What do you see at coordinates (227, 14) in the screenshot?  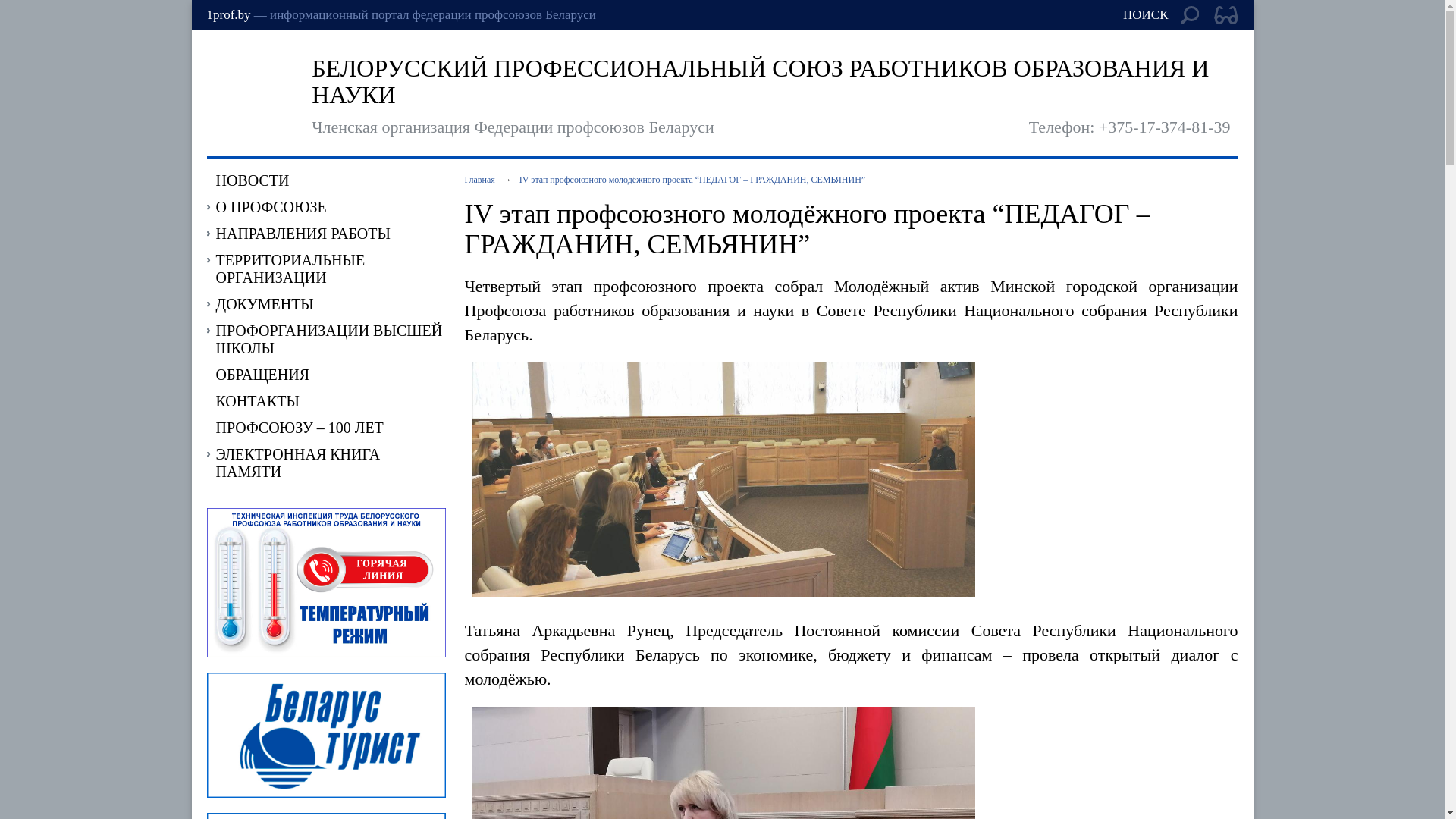 I see `'1prof.by'` at bounding box center [227, 14].